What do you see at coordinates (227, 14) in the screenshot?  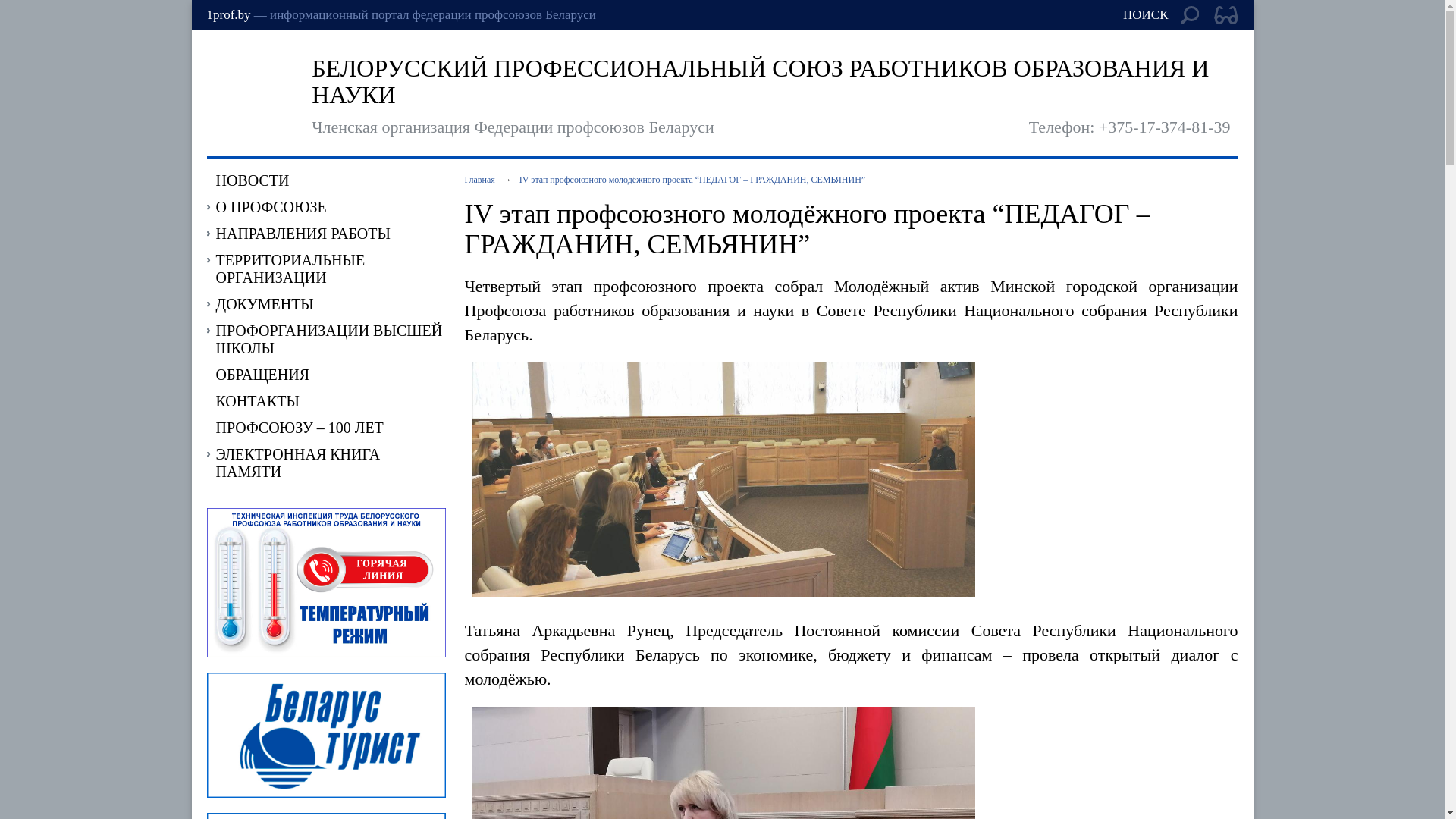 I see `'1prof.by'` at bounding box center [227, 14].